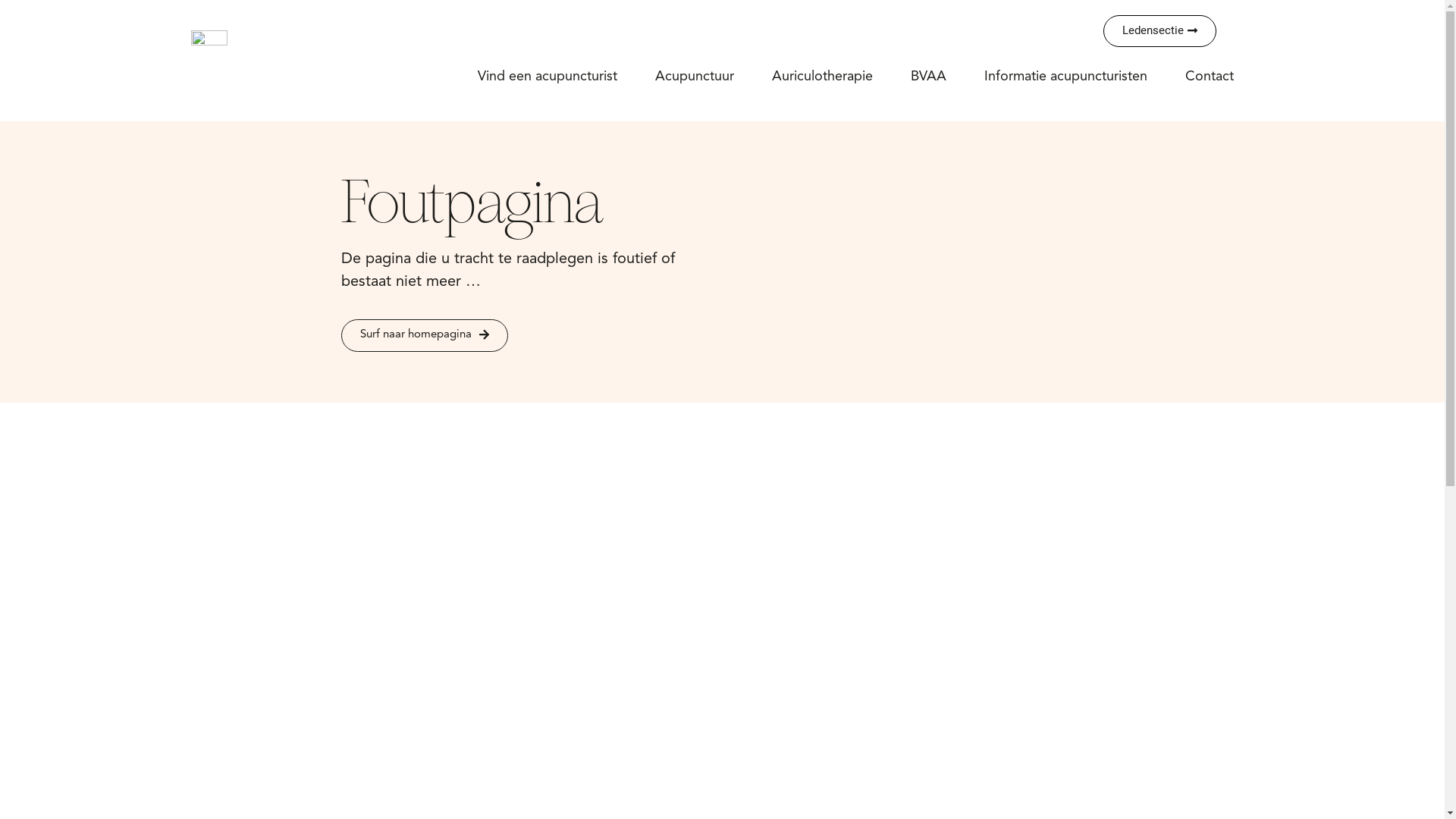 The image size is (1456, 819). What do you see at coordinates (1208, 76) in the screenshot?
I see `'Contact'` at bounding box center [1208, 76].